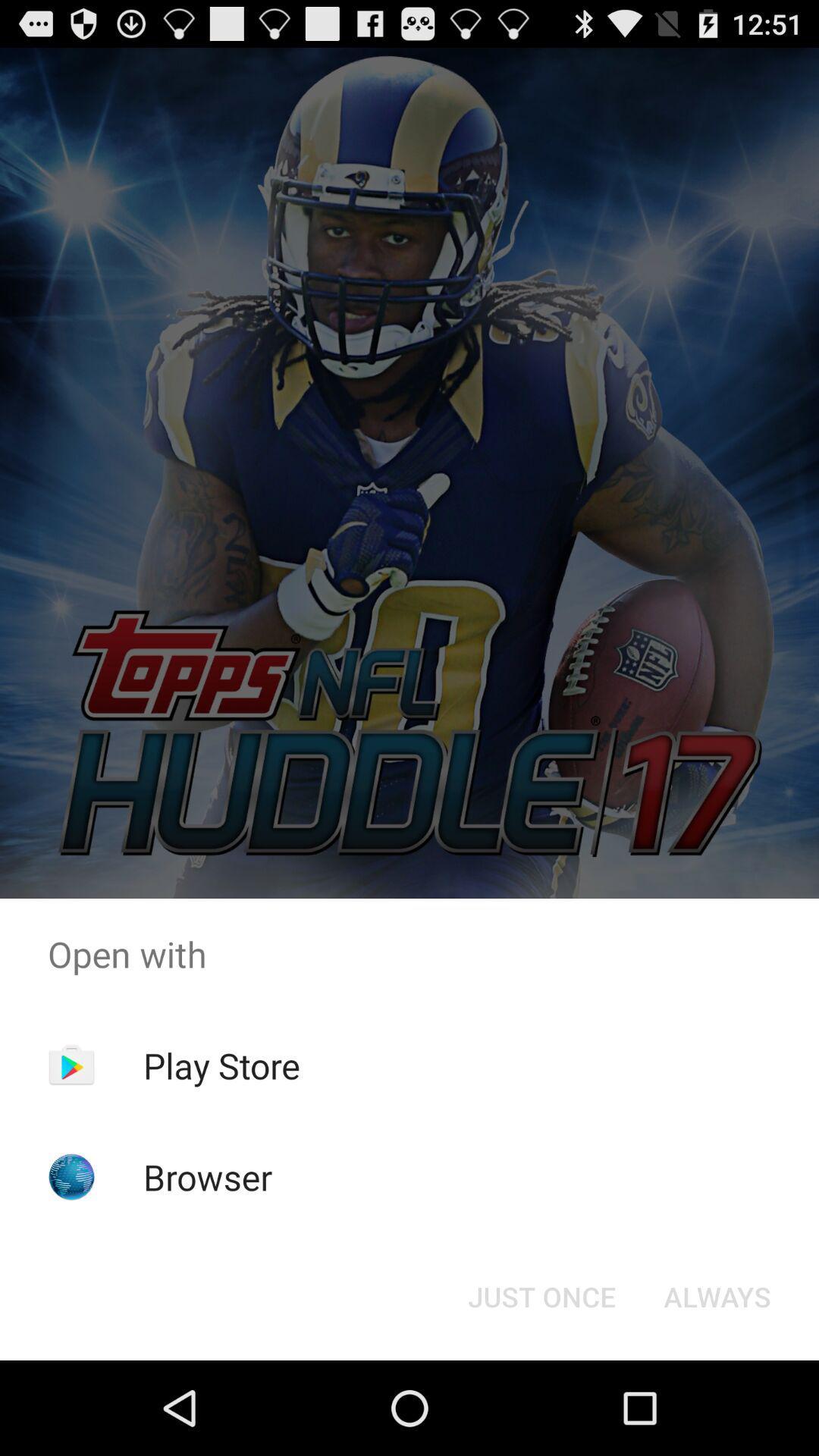 This screenshot has height=1456, width=819. I want to click on the item to the left of the always item, so click(541, 1295).